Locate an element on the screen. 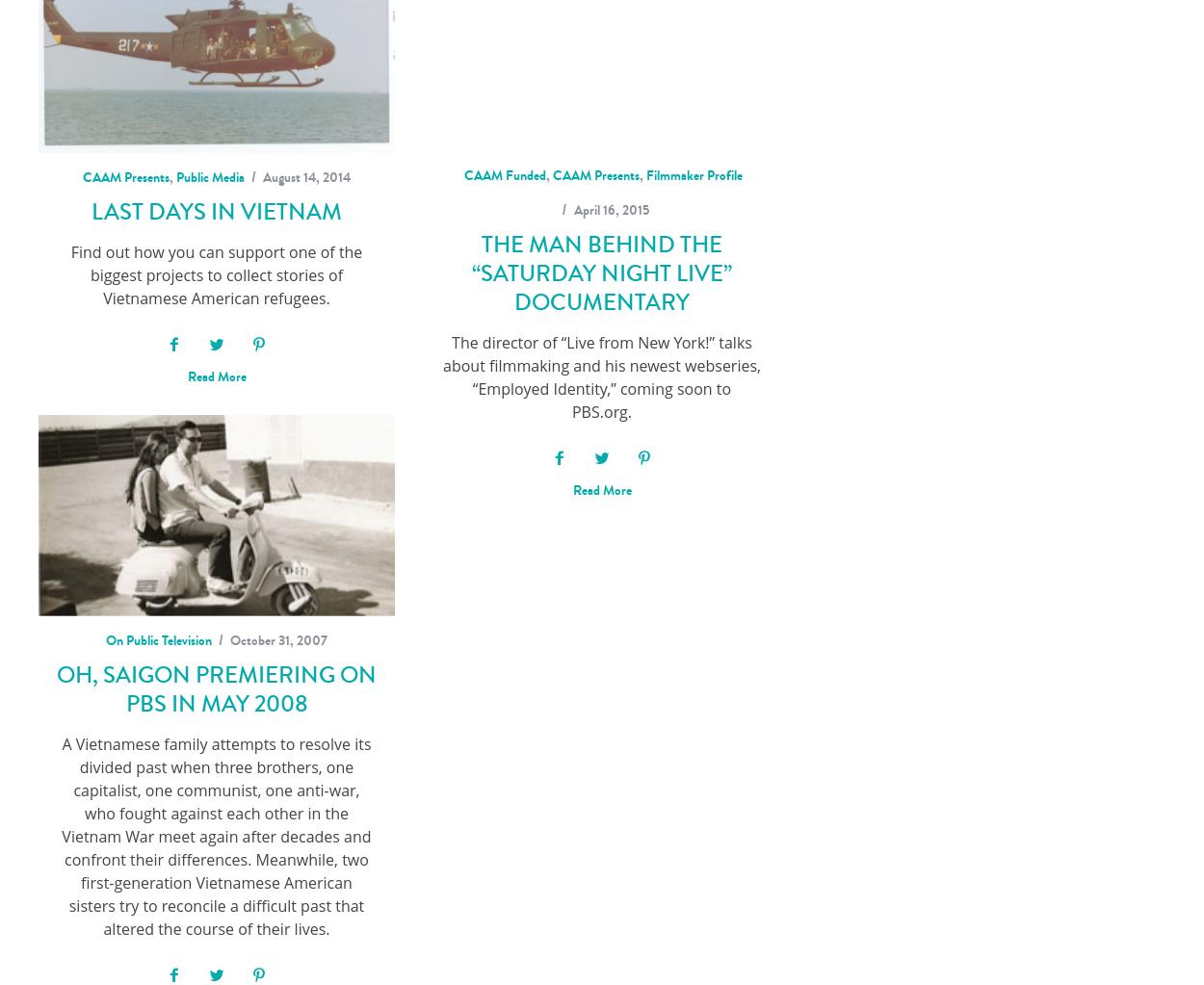 The width and height of the screenshot is (1204, 985). 'October 31, 2007' is located at coordinates (229, 639).